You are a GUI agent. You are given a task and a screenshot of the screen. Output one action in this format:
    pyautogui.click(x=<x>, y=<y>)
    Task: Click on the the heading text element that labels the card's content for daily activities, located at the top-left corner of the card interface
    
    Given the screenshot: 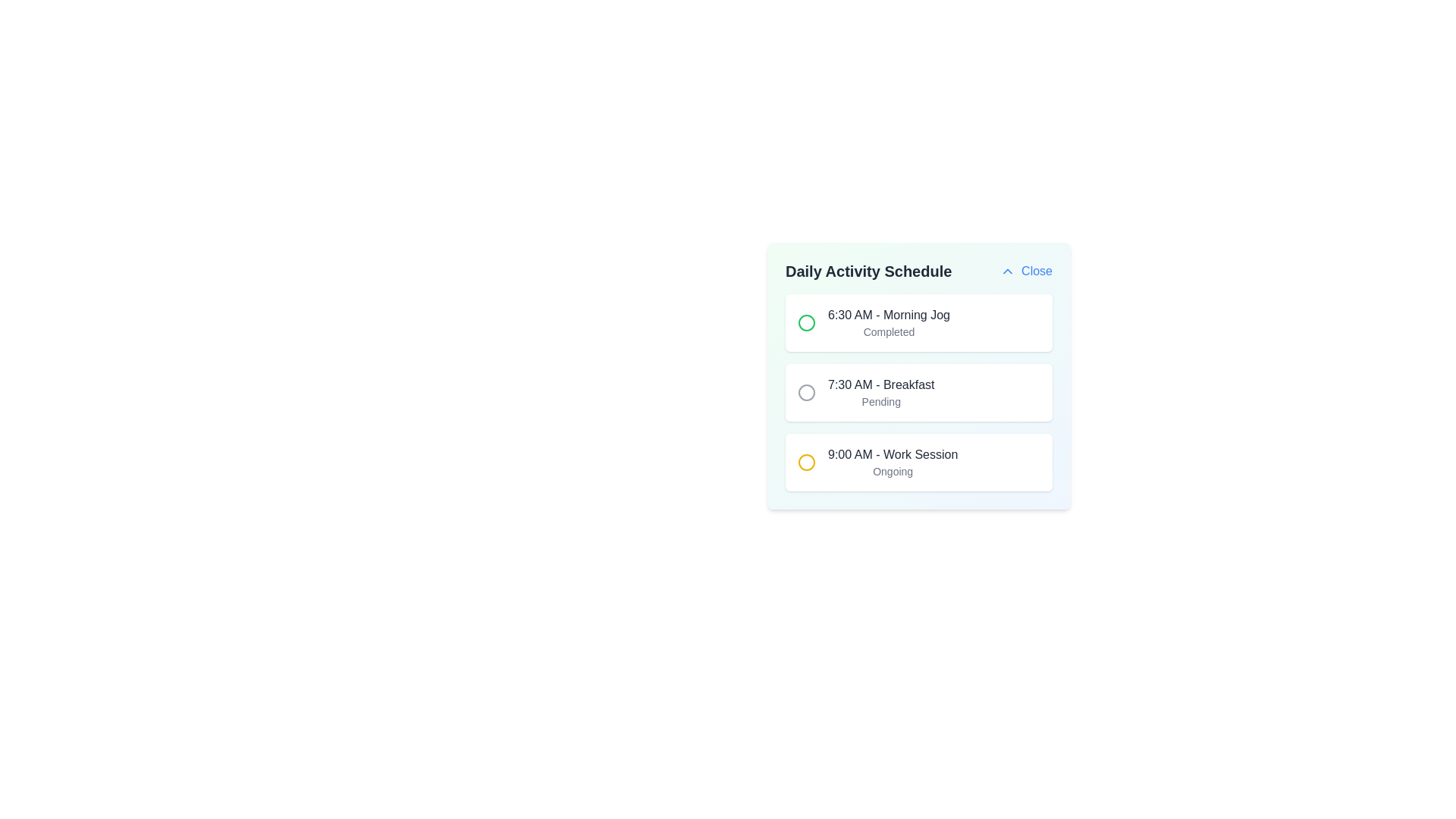 What is the action you would take?
    pyautogui.click(x=918, y=271)
    